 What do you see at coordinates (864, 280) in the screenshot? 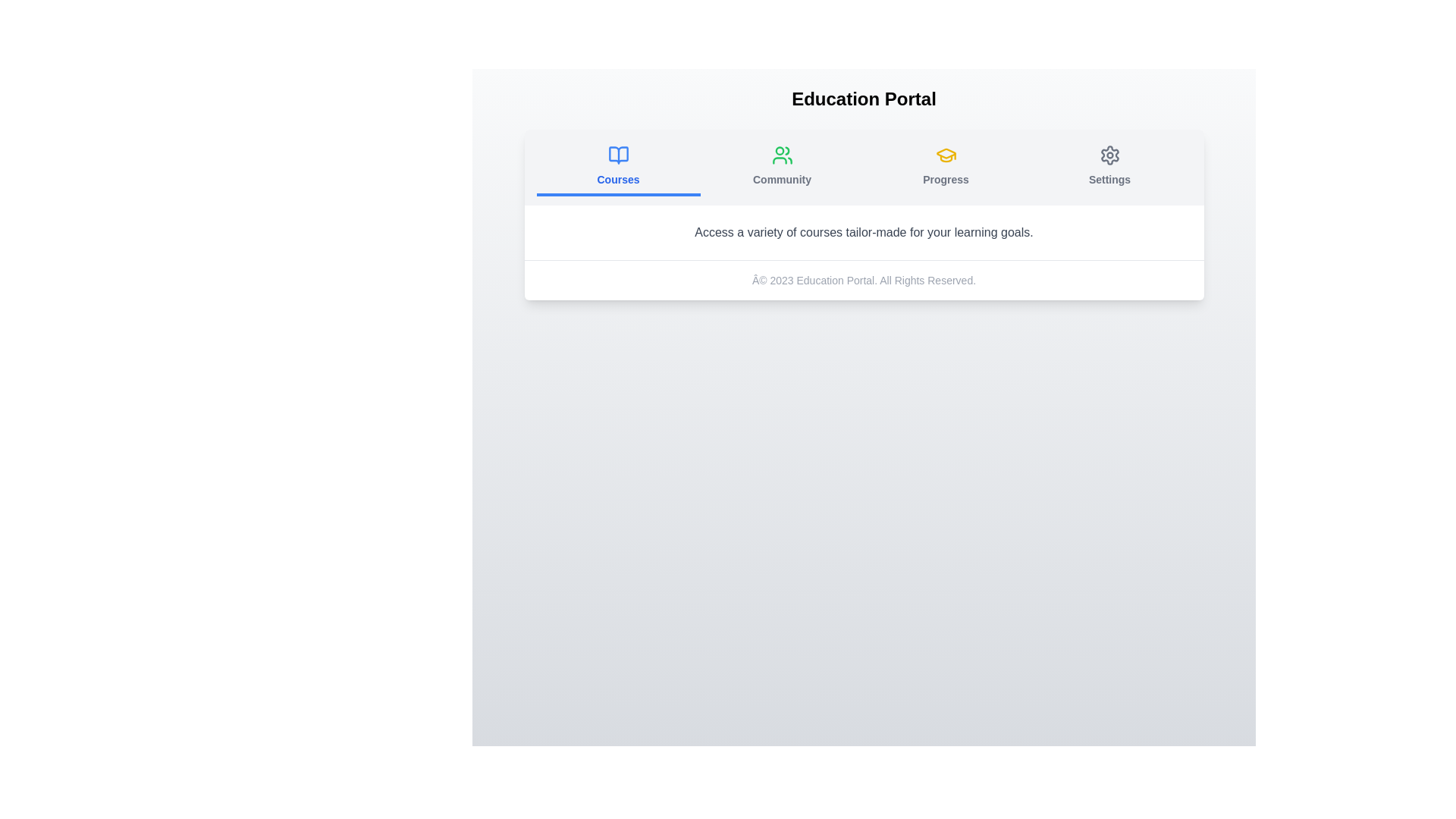
I see `the static text label providing copyright information located at the bottom of the card-style section` at bounding box center [864, 280].